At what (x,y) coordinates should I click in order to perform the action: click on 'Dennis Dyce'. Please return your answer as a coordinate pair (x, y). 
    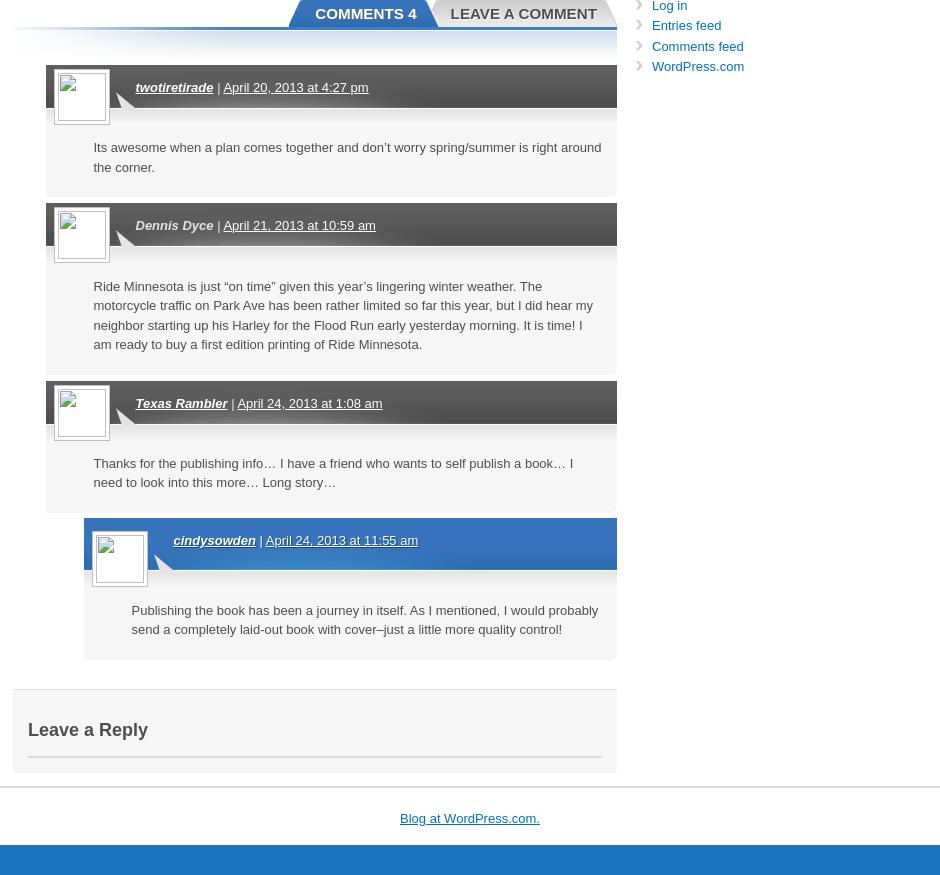
    Looking at the image, I should click on (173, 225).